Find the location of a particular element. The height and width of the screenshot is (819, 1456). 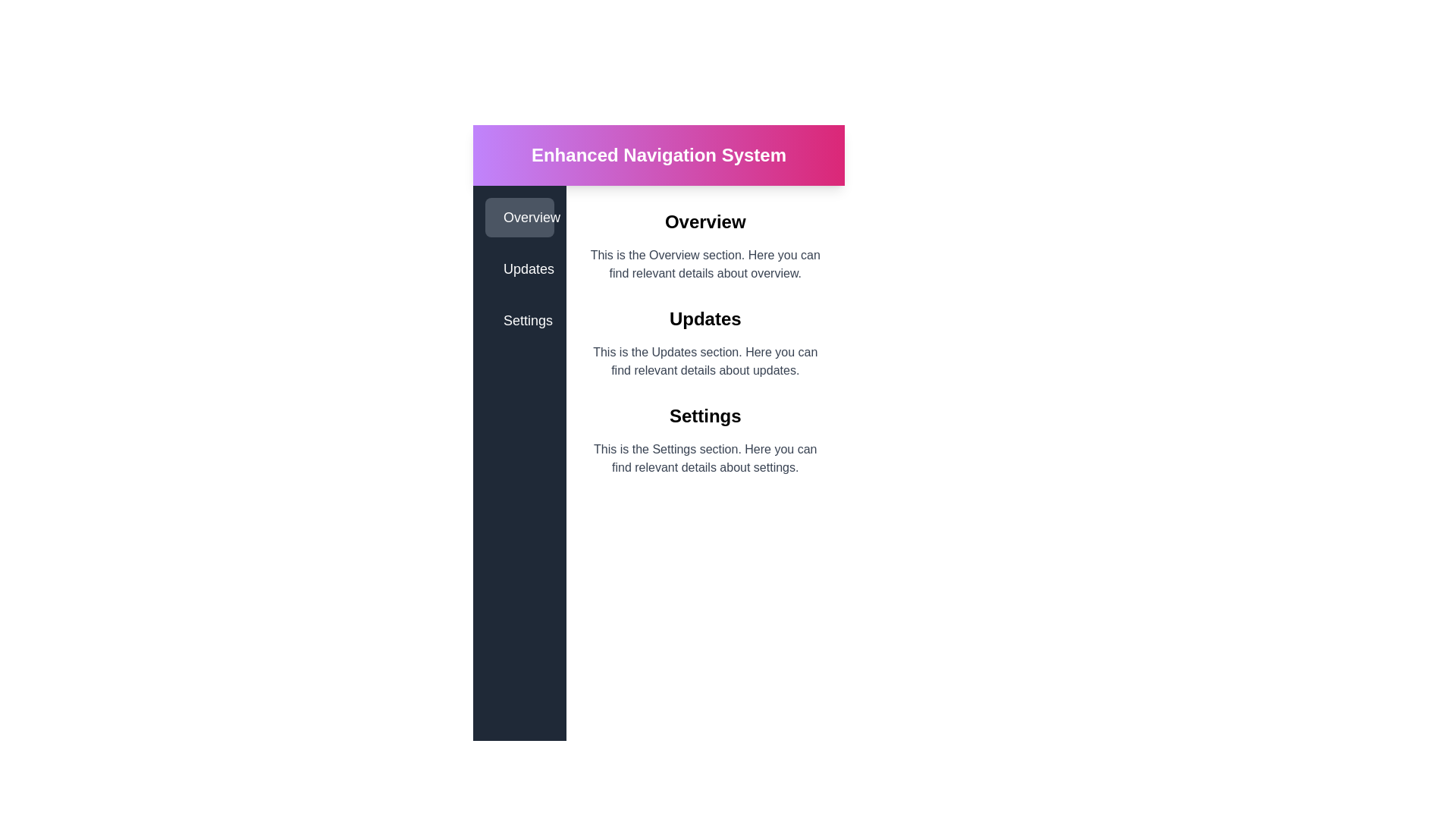

the 'Updates' link in the vertical navigation menu located on the left sidebar, which is the second item below 'Overview' and above 'Settings' is located at coordinates (519, 268).